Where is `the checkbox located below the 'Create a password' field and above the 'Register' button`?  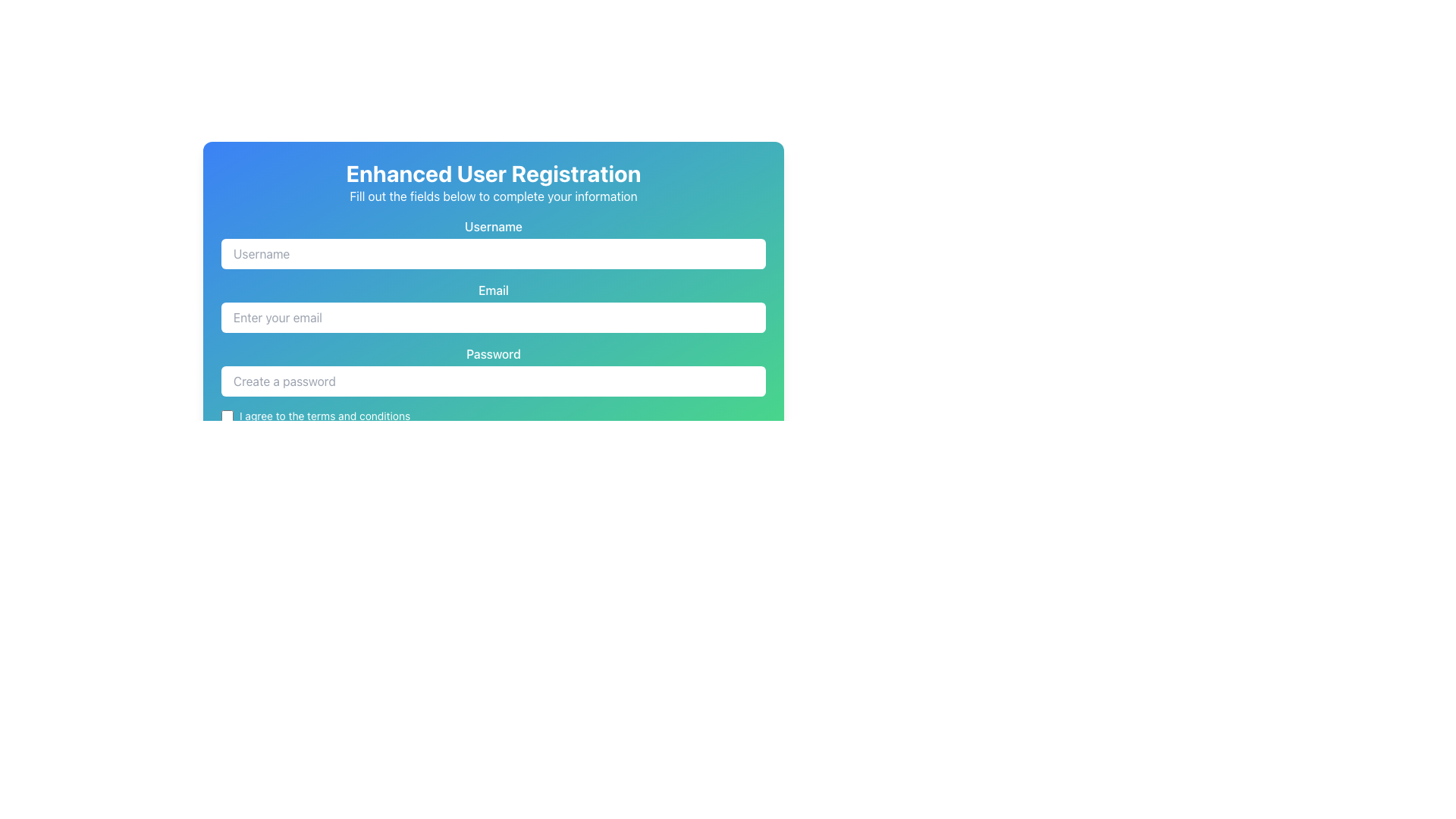 the checkbox located below the 'Create a password' field and above the 'Register' button is located at coordinates (494, 416).